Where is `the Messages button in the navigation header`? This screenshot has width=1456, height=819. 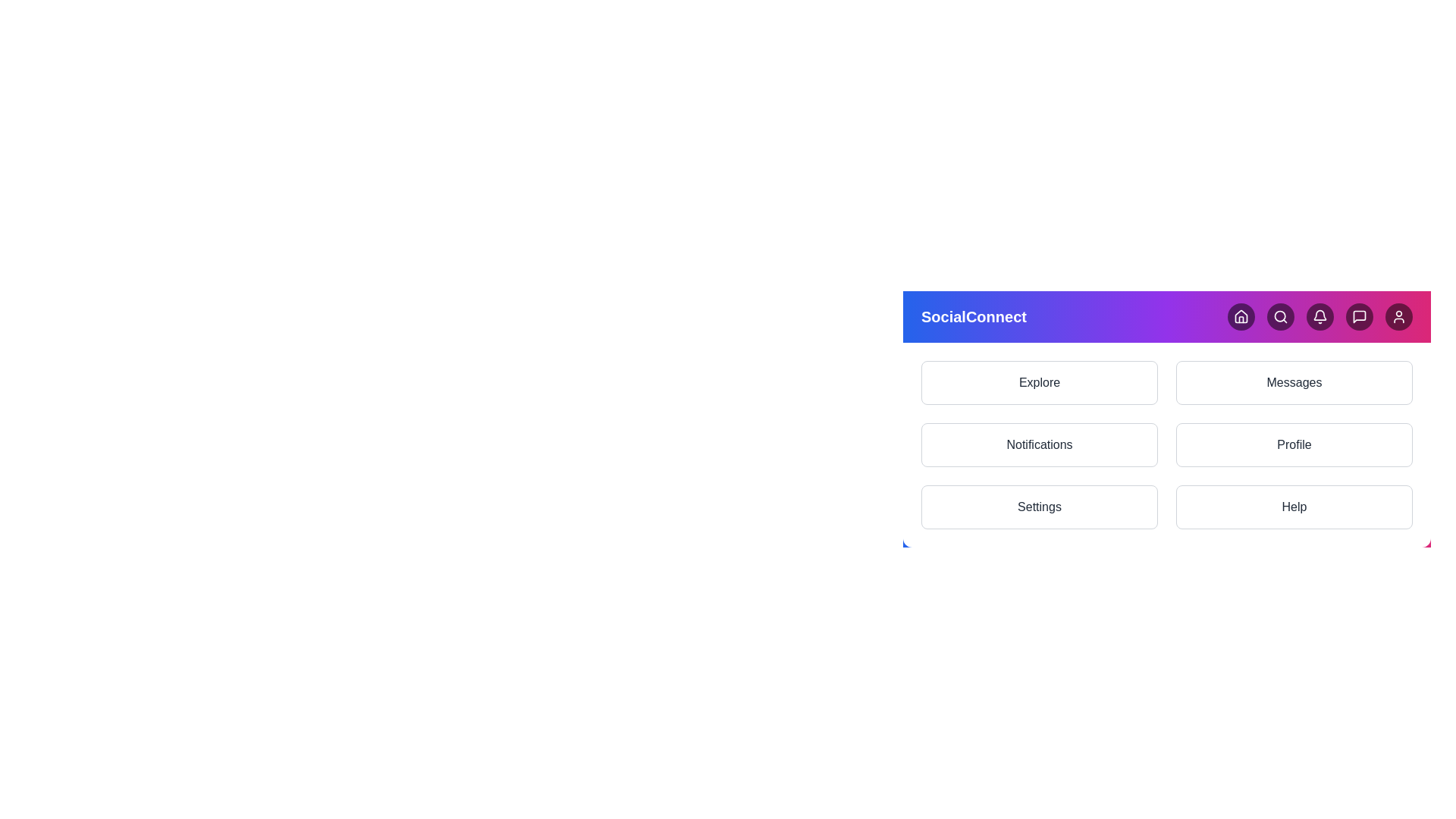
the Messages button in the navigation header is located at coordinates (1360, 315).